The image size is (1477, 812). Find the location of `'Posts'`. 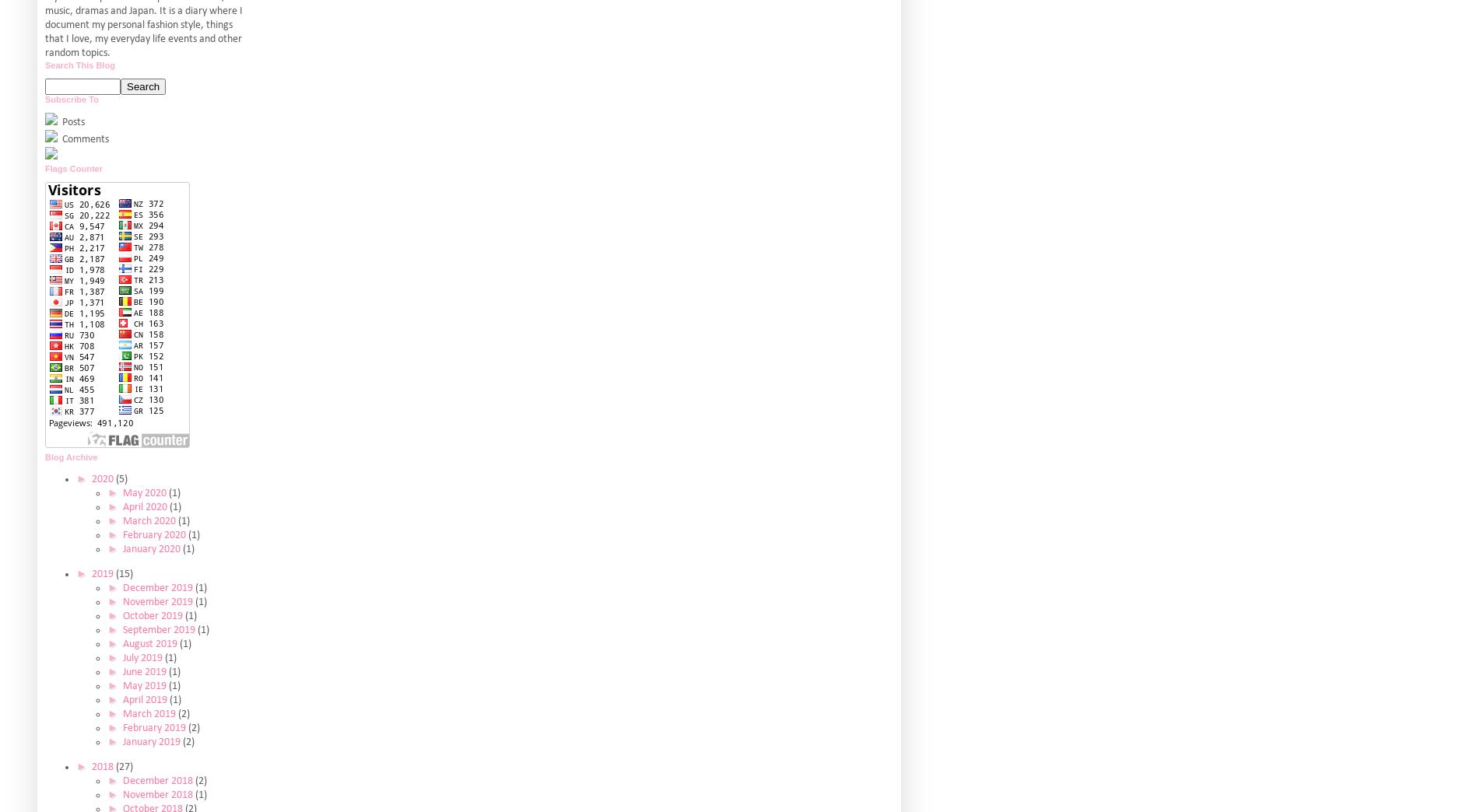

'Posts' is located at coordinates (72, 121).